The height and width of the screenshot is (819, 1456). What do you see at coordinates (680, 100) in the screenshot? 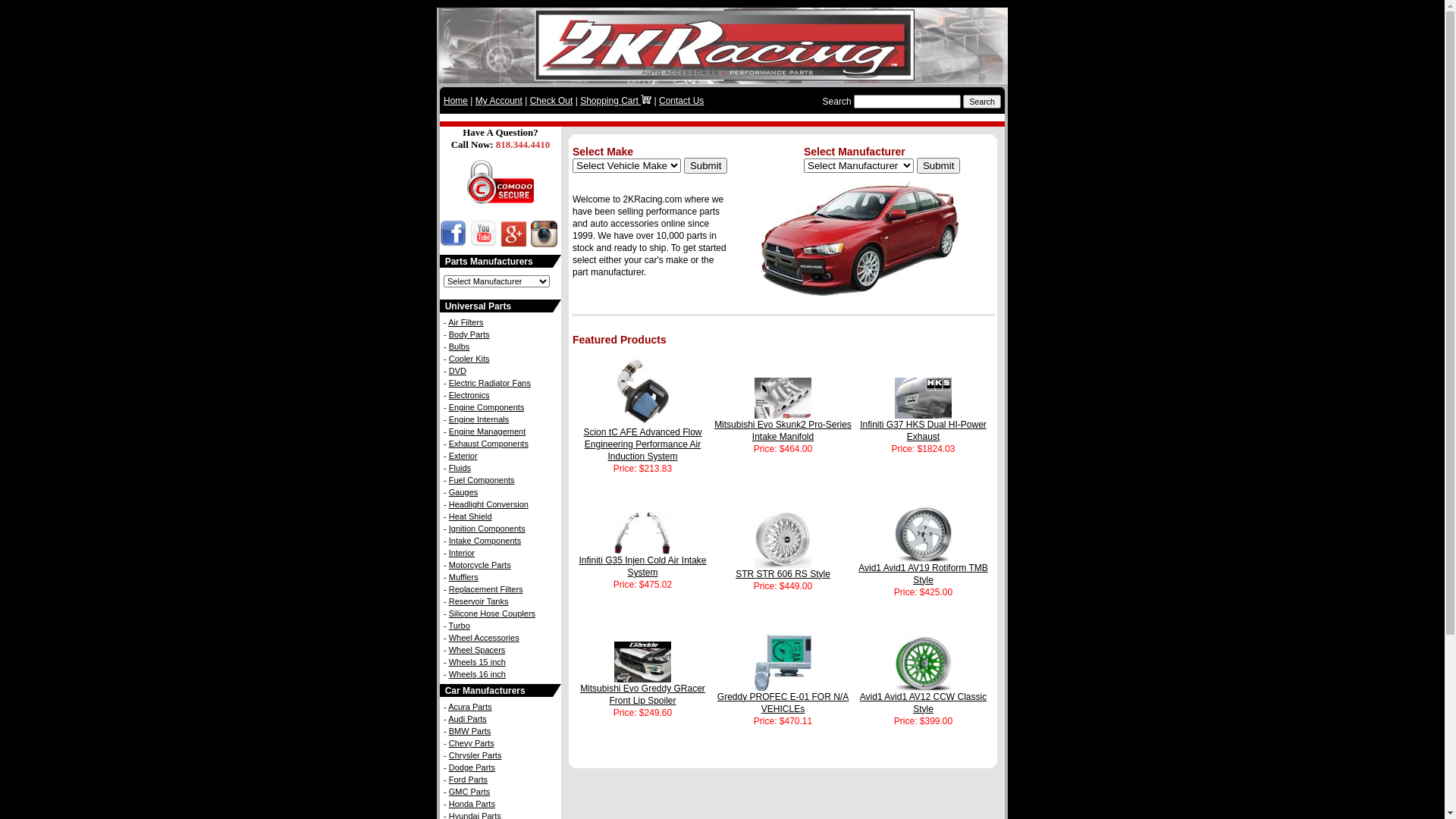
I see `'Contact Us'` at bounding box center [680, 100].